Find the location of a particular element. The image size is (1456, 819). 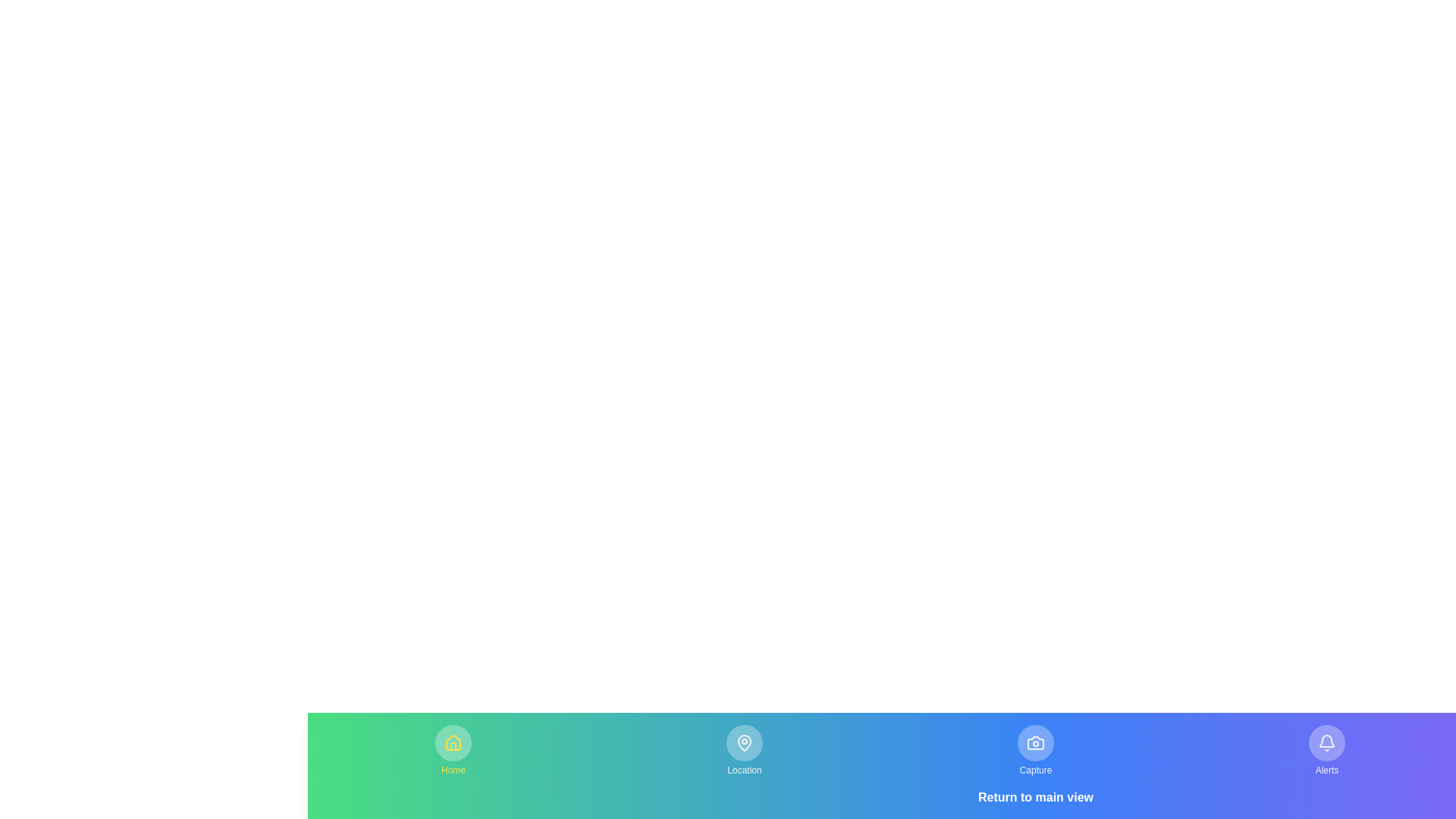

the menu item corresponding to Home is located at coordinates (453, 751).